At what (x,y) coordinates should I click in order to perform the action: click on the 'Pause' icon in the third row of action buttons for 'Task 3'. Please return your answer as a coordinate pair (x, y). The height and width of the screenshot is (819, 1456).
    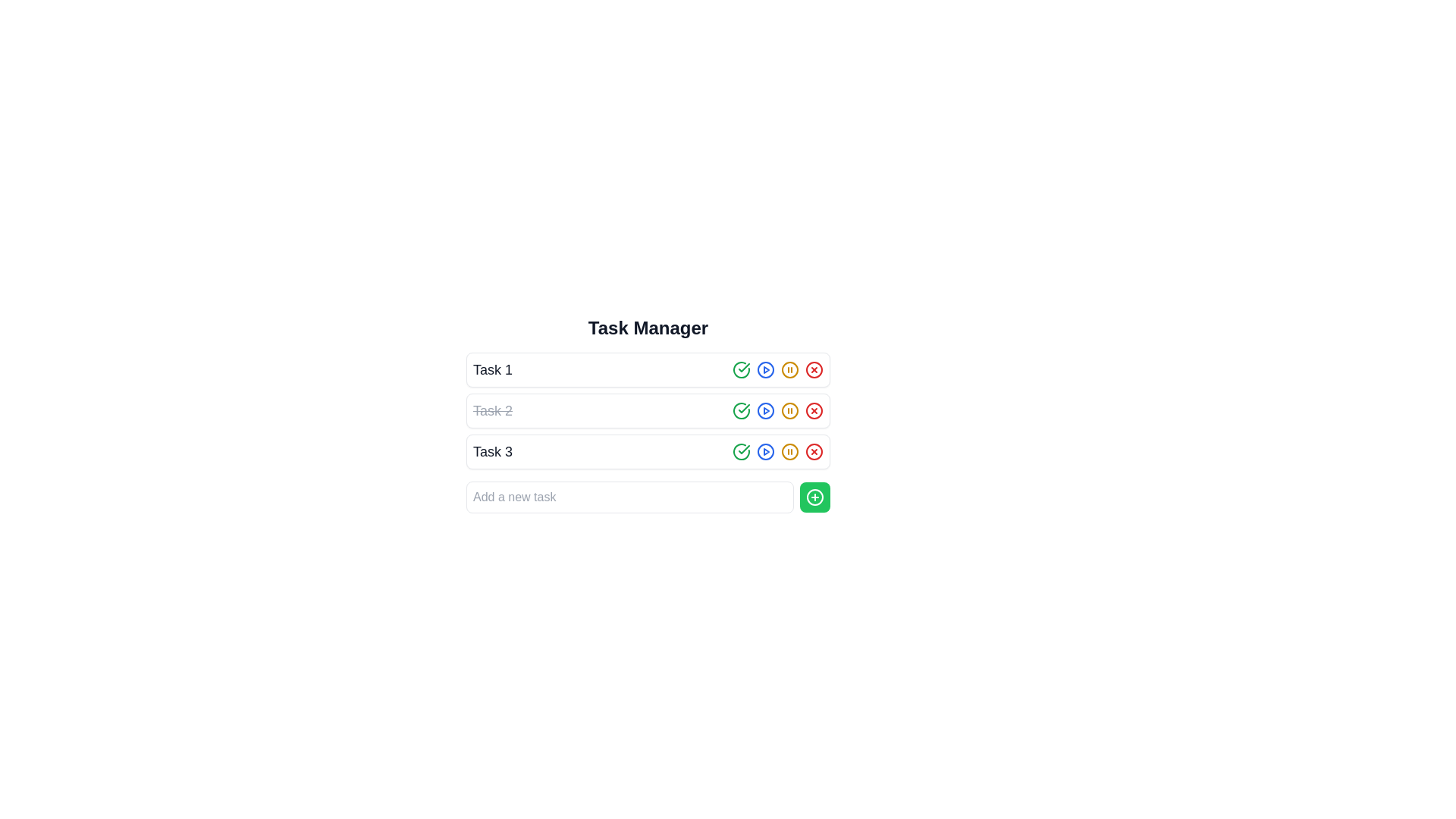
    Looking at the image, I should click on (789, 411).